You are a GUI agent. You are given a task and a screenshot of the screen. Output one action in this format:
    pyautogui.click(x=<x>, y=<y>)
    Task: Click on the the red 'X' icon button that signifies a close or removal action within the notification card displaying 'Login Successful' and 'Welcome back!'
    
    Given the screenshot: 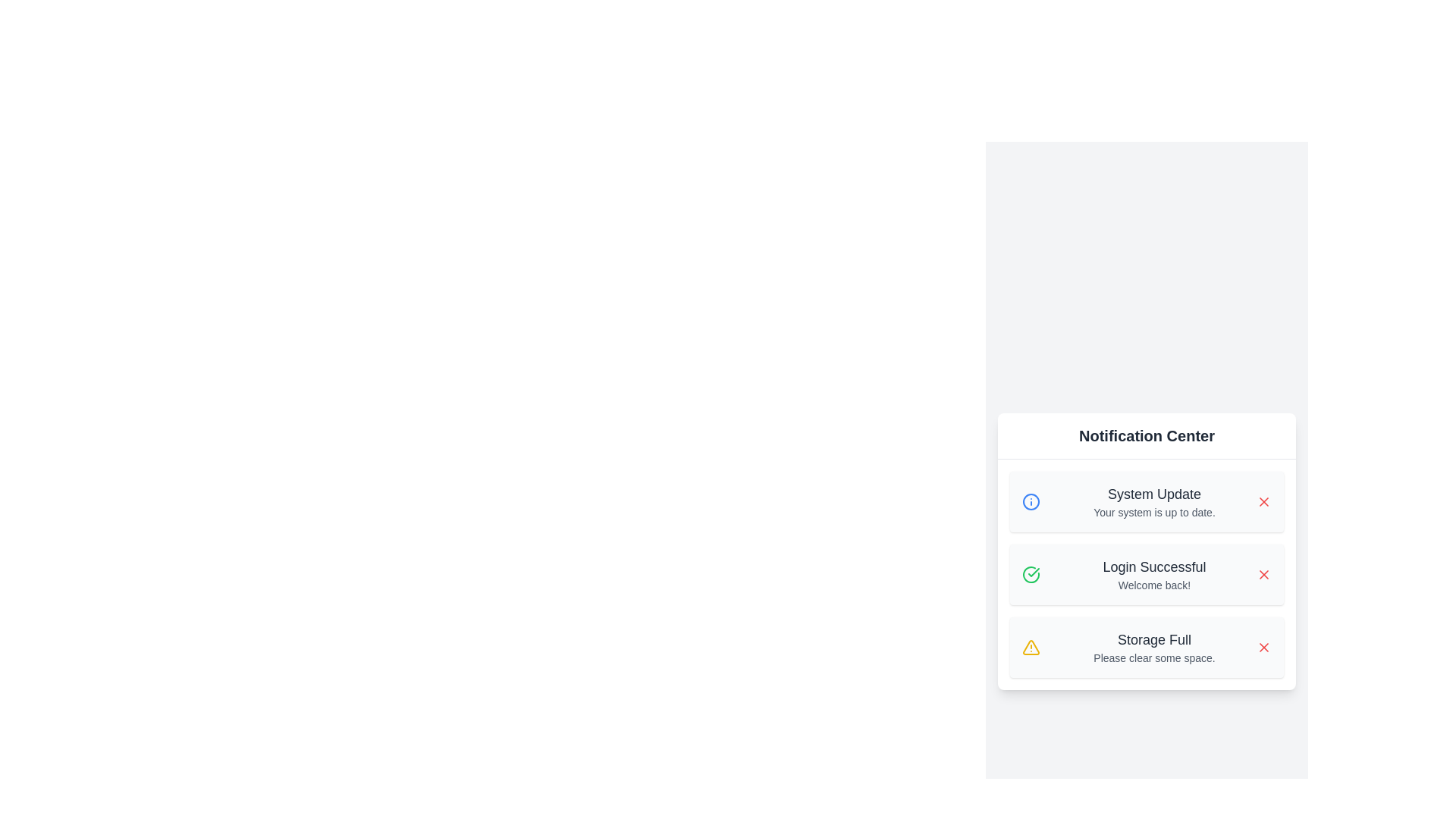 What is the action you would take?
    pyautogui.click(x=1263, y=574)
    